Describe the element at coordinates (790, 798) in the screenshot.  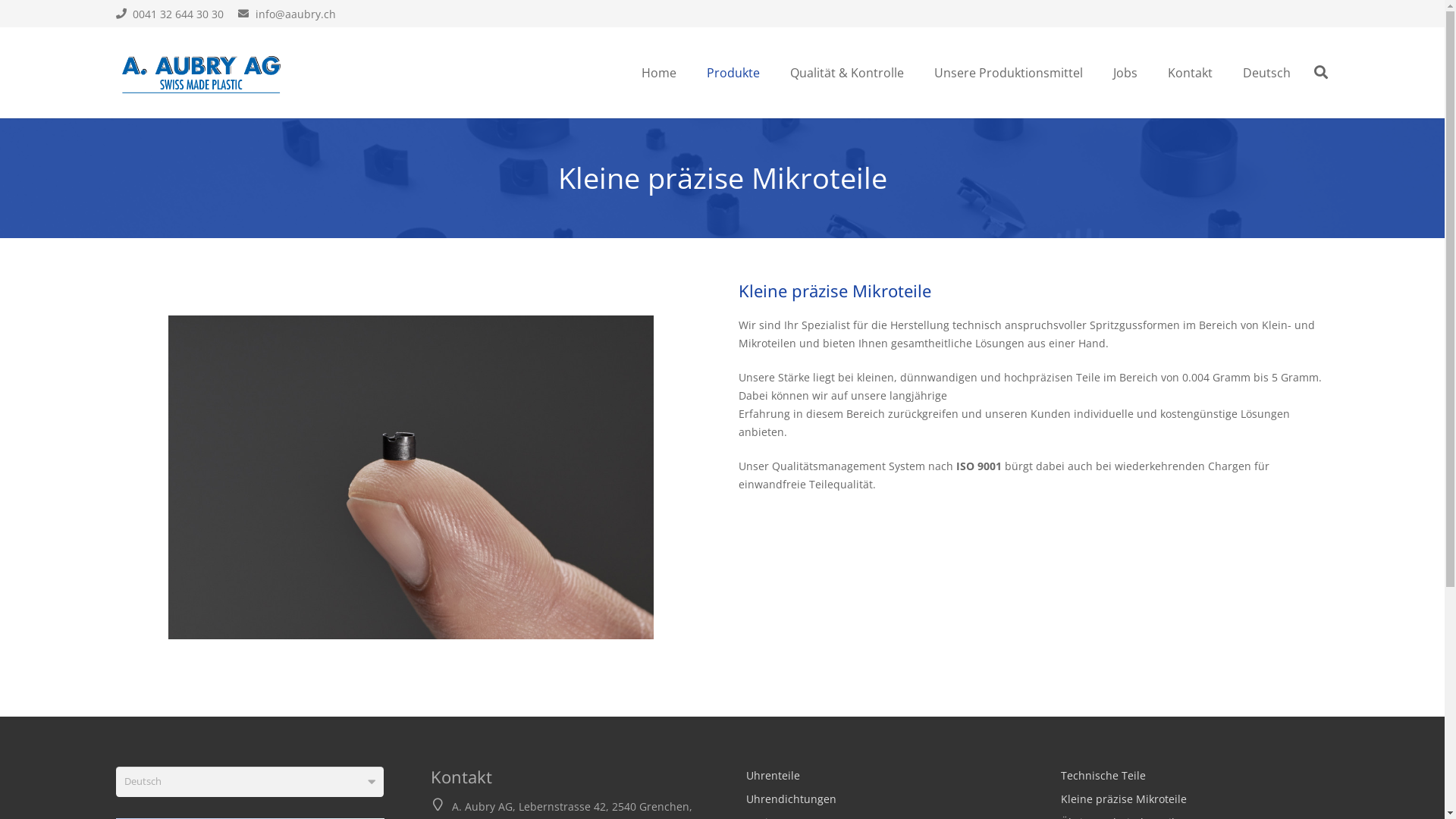
I see `'Uhrendichtungen'` at that location.